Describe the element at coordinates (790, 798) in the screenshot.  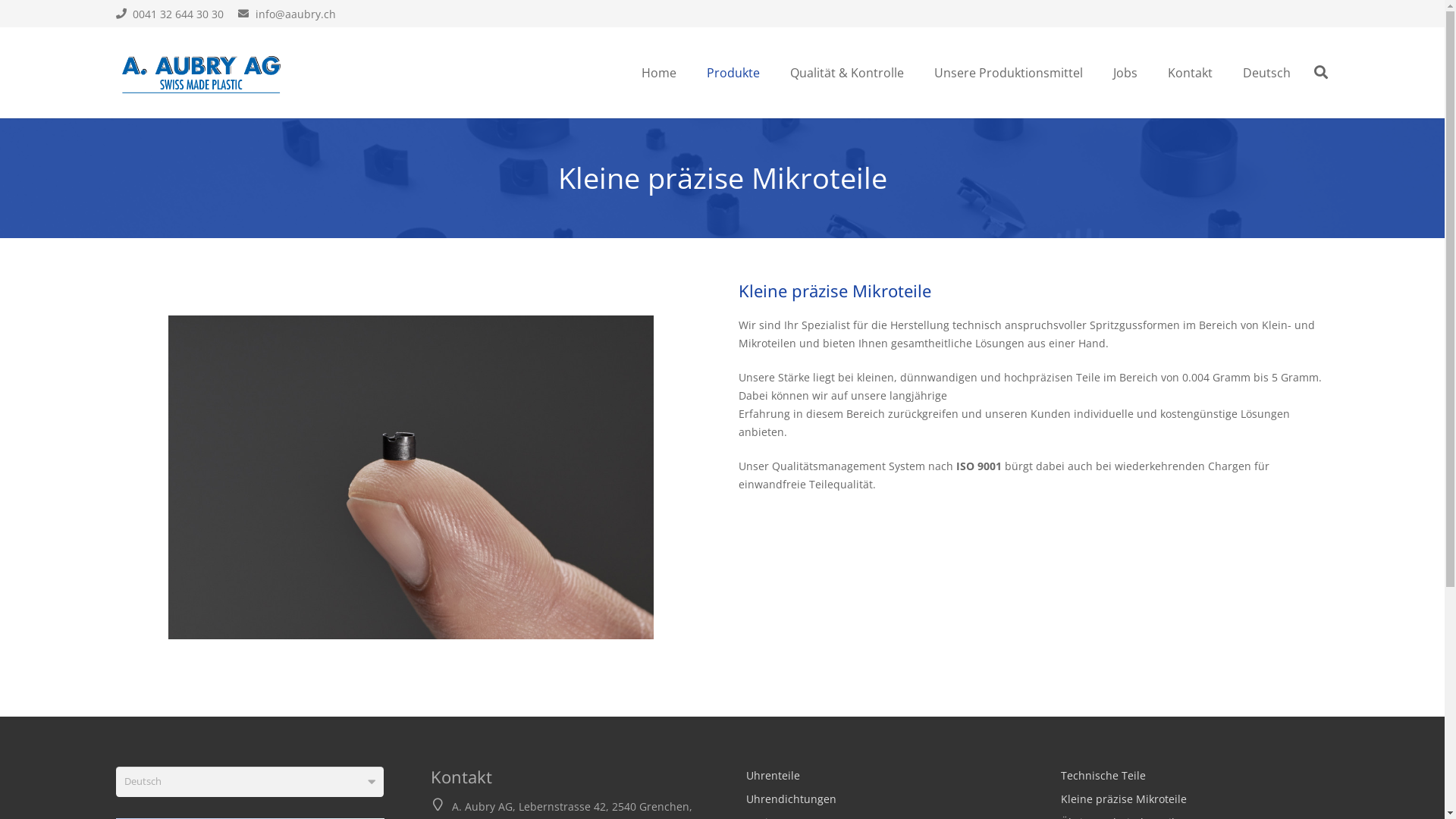
I see `'Uhrendichtungen'` at that location.